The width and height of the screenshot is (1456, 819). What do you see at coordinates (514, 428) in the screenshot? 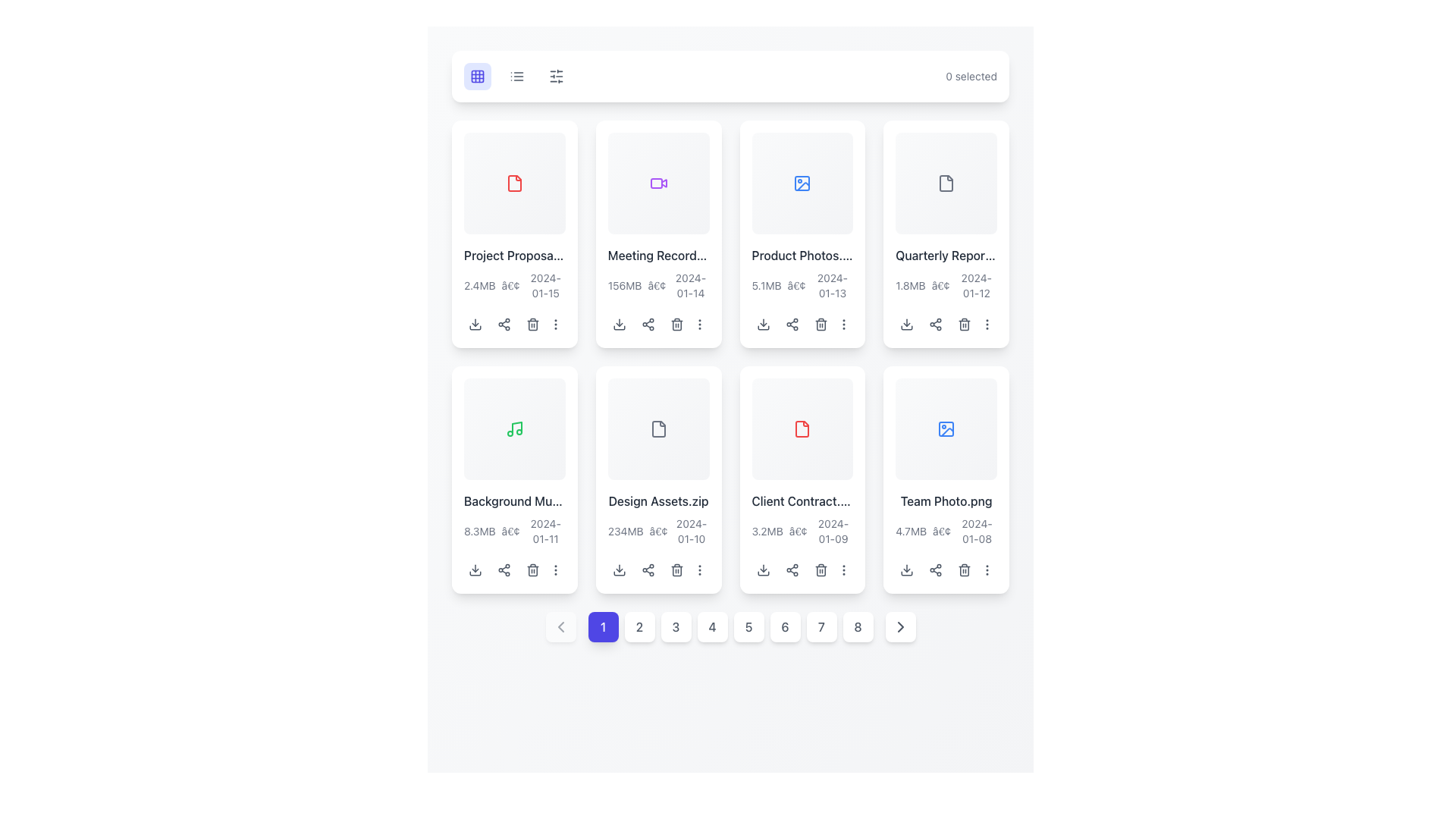
I see `the audio file icon representing 'Background Music.mp3' located in the second row, first column of the grid layout` at bounding box center [514, 428].